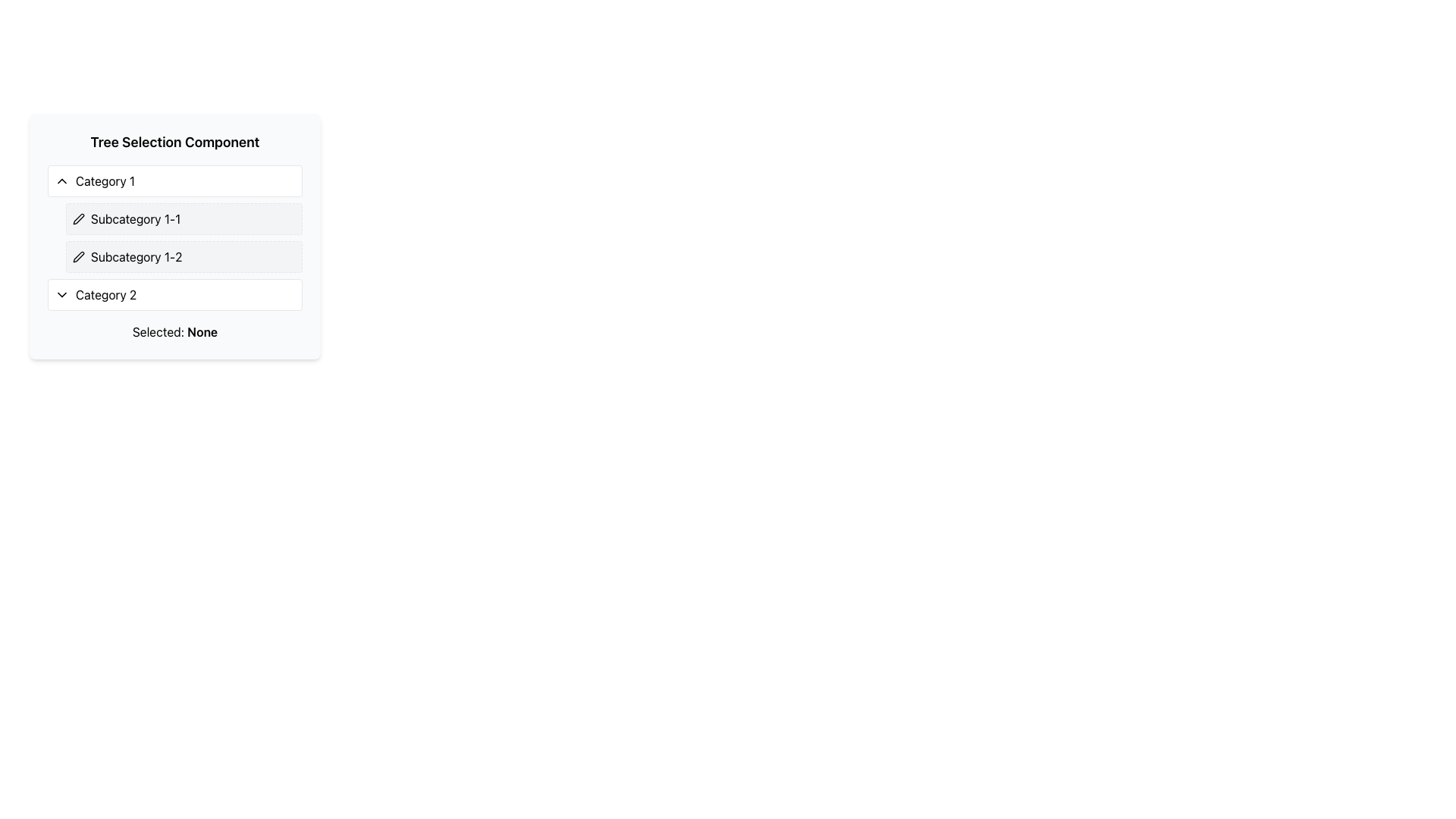 The image size is (1456, 819). Describe the element at coordinates (174, 180) in the screenshot. I see `the chevron of the topmost Dropdown item in the Tree Selection Component` at that location.